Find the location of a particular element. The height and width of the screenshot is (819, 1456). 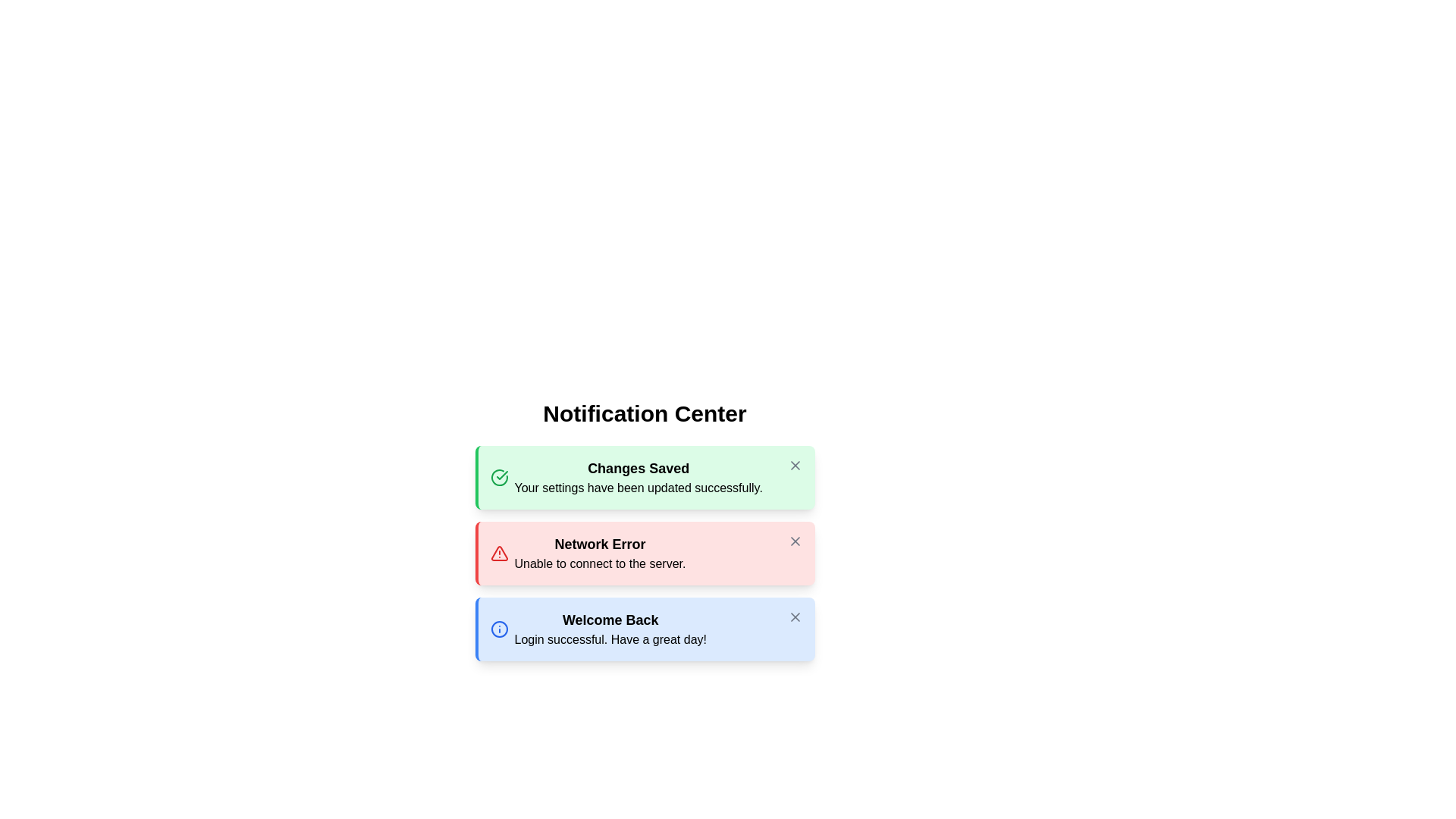

the close button styled as a small 'X' symbol located at the top-right corner of the green notification card that indicates 'Changes Saved' is located at coordinates (794, 464).